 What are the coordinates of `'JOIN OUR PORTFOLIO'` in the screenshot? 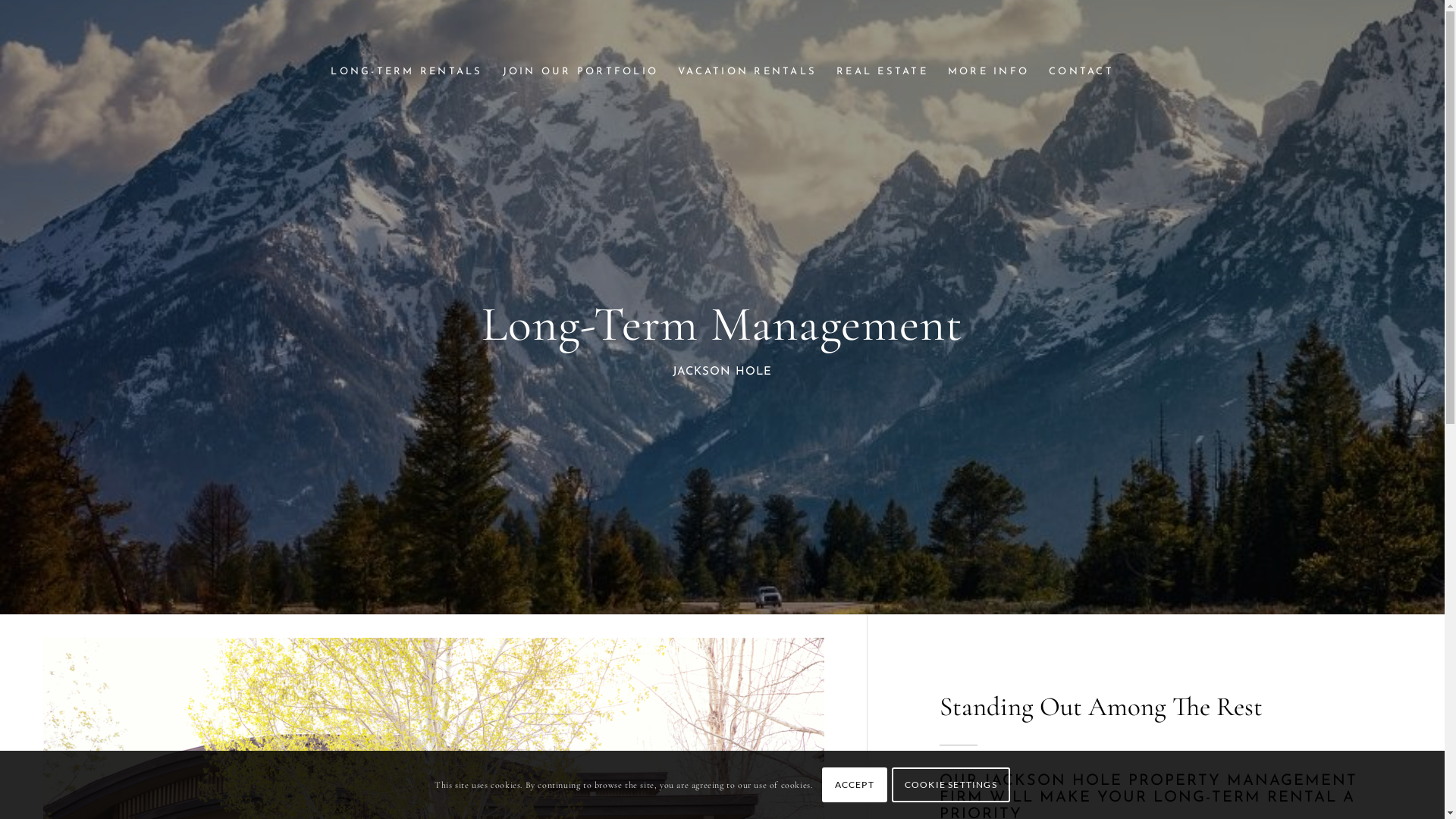 It's located at (580, 72).